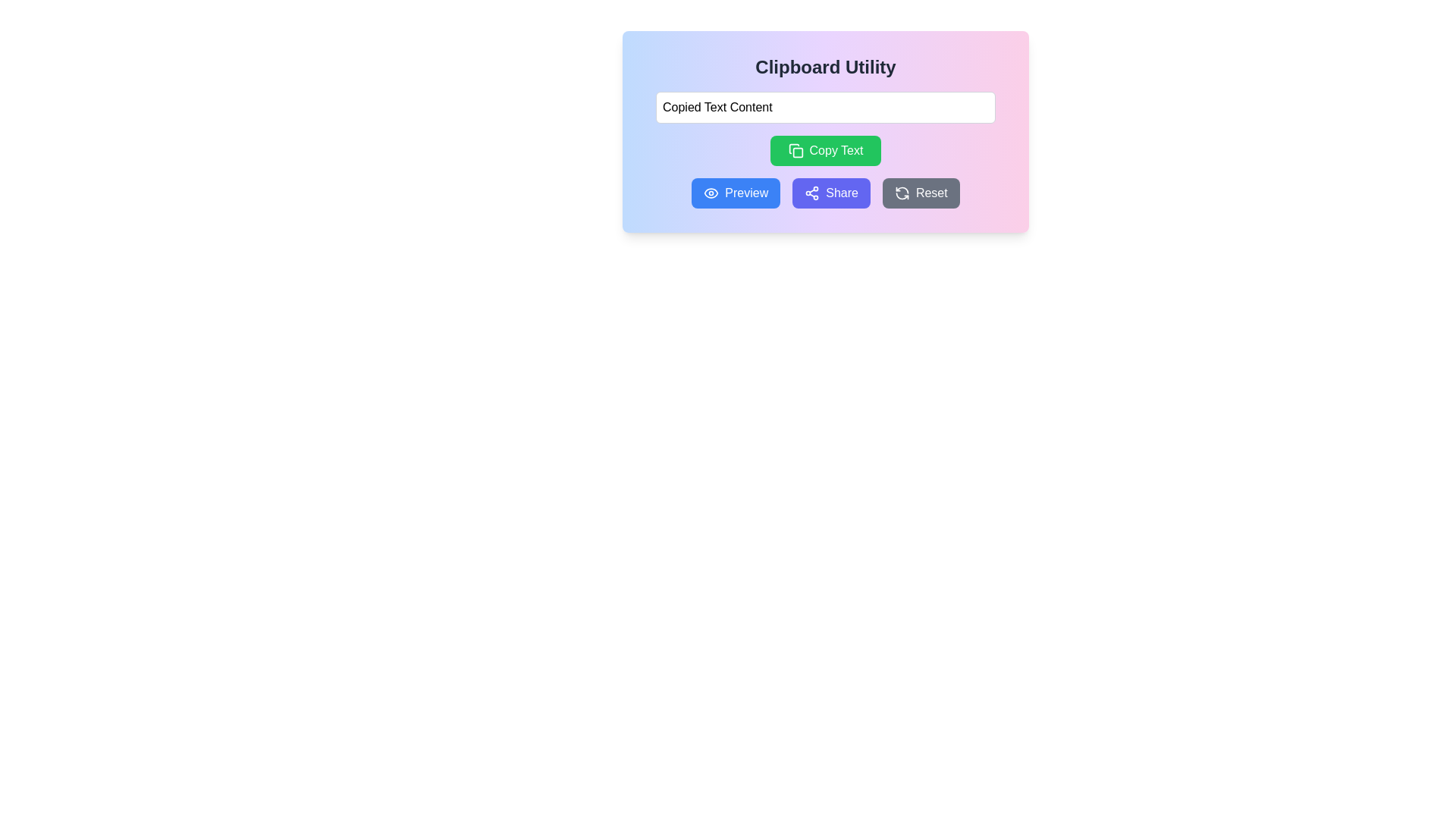  I want to click on the 'Share' button with a purple background and white text, so click(830, 192).